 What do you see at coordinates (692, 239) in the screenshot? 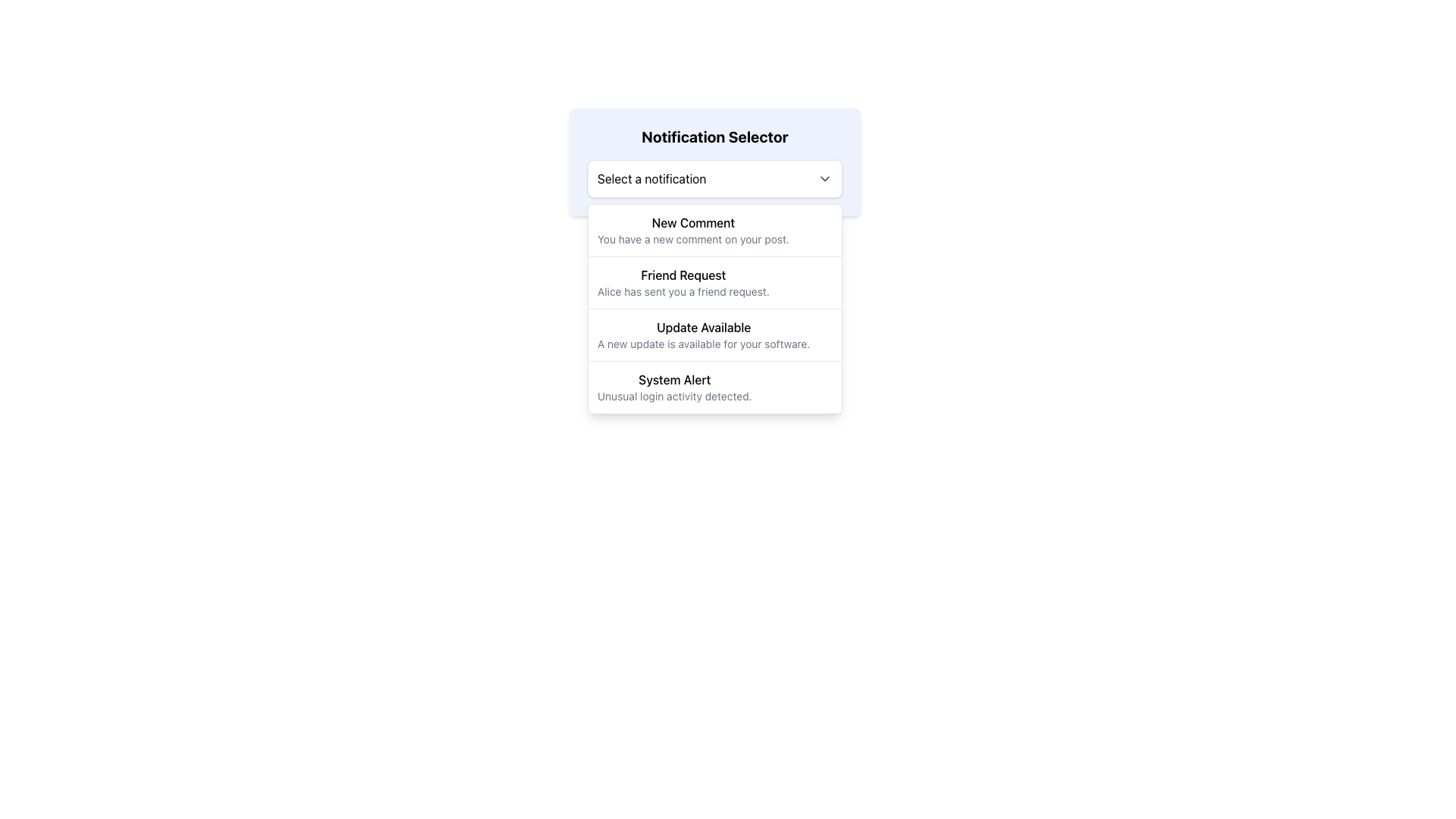
I see `the text label displaying 'You have a new comment on your post.' that is located below the 'New Comment' heading in the notification card of the 'Notification Selector' component` at bounding box center [692, 239].